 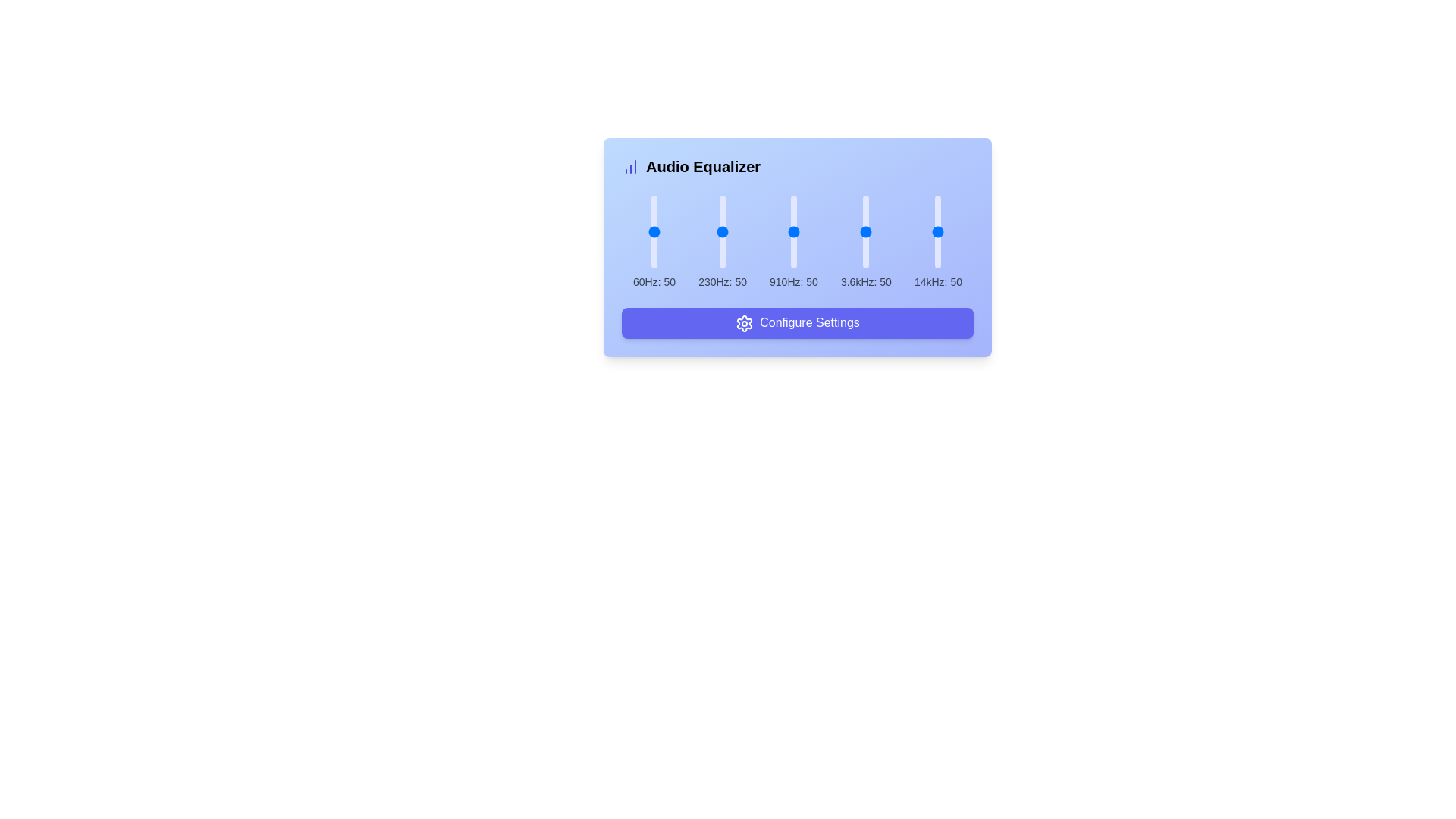 I want to click on bold text label 'Audio Equalizer' located in the top-left portion of the control panel interface, so click(x=702, y=166).